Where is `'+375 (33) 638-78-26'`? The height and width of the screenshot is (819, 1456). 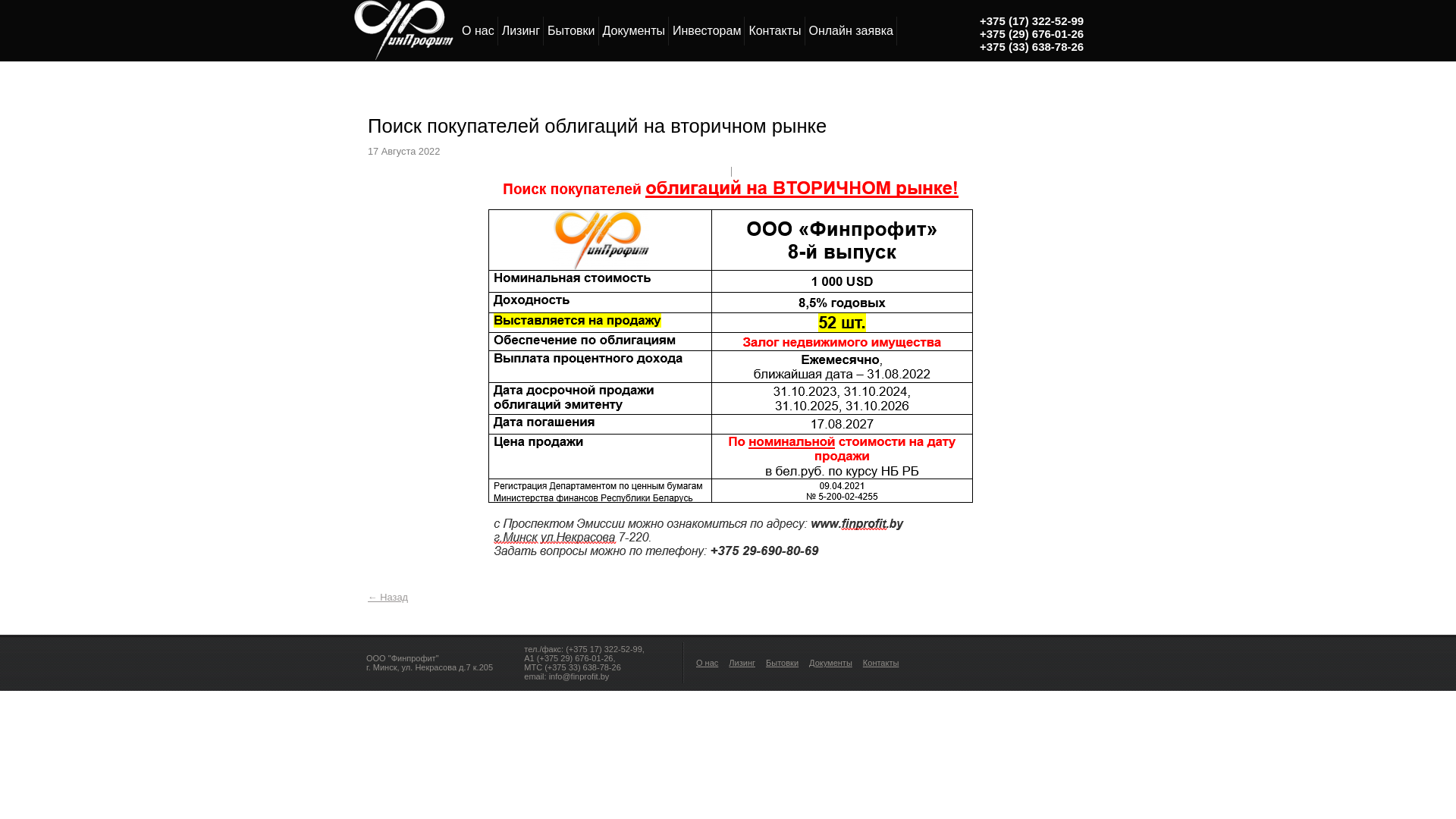
'+375 (33) 638-78-26' is located at coordinates (1031, 45).